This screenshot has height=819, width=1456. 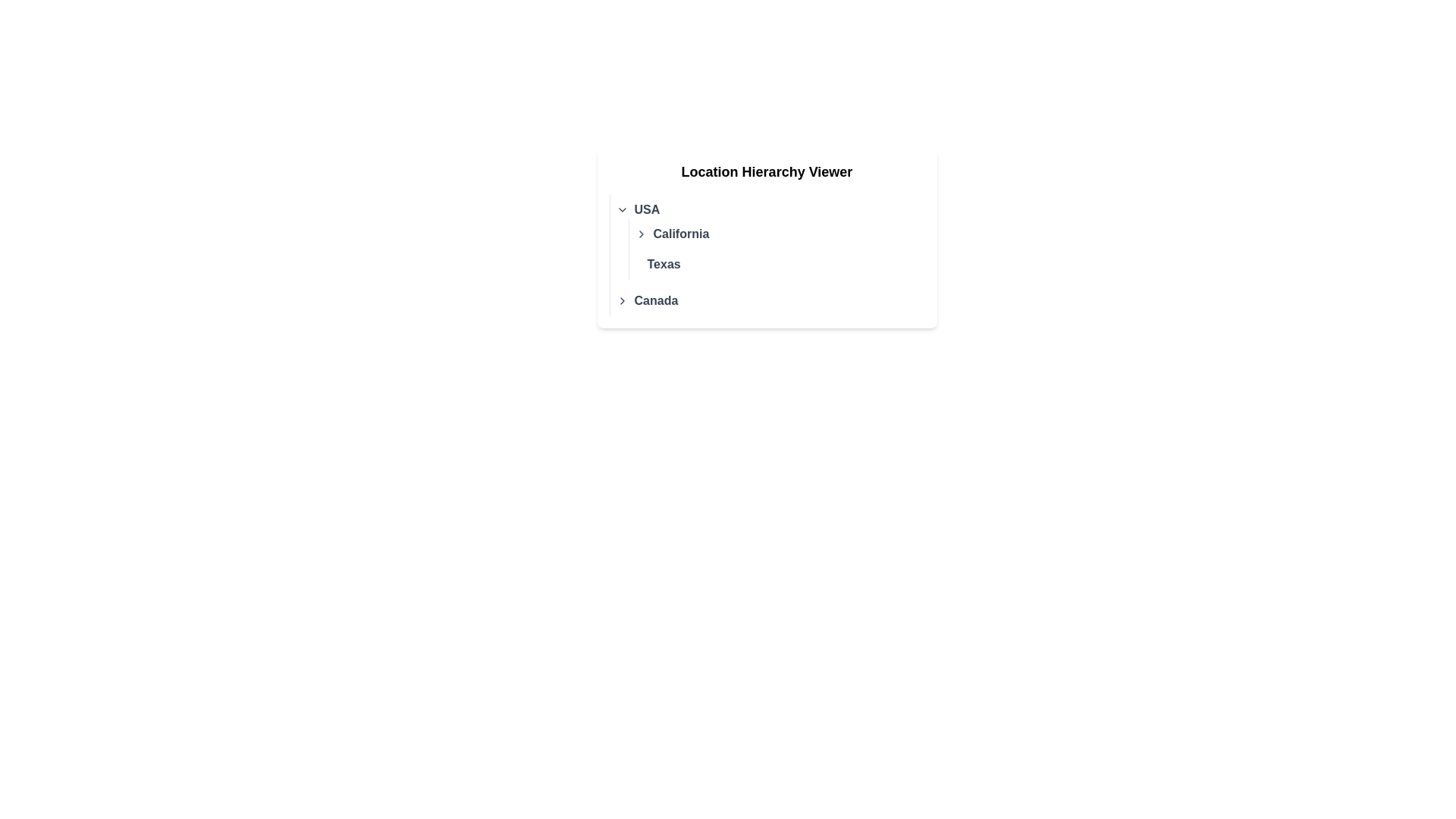 I want to click on the 'USA' category text label within the Location Hierarchy Viewer, so click(x=647, y=210).